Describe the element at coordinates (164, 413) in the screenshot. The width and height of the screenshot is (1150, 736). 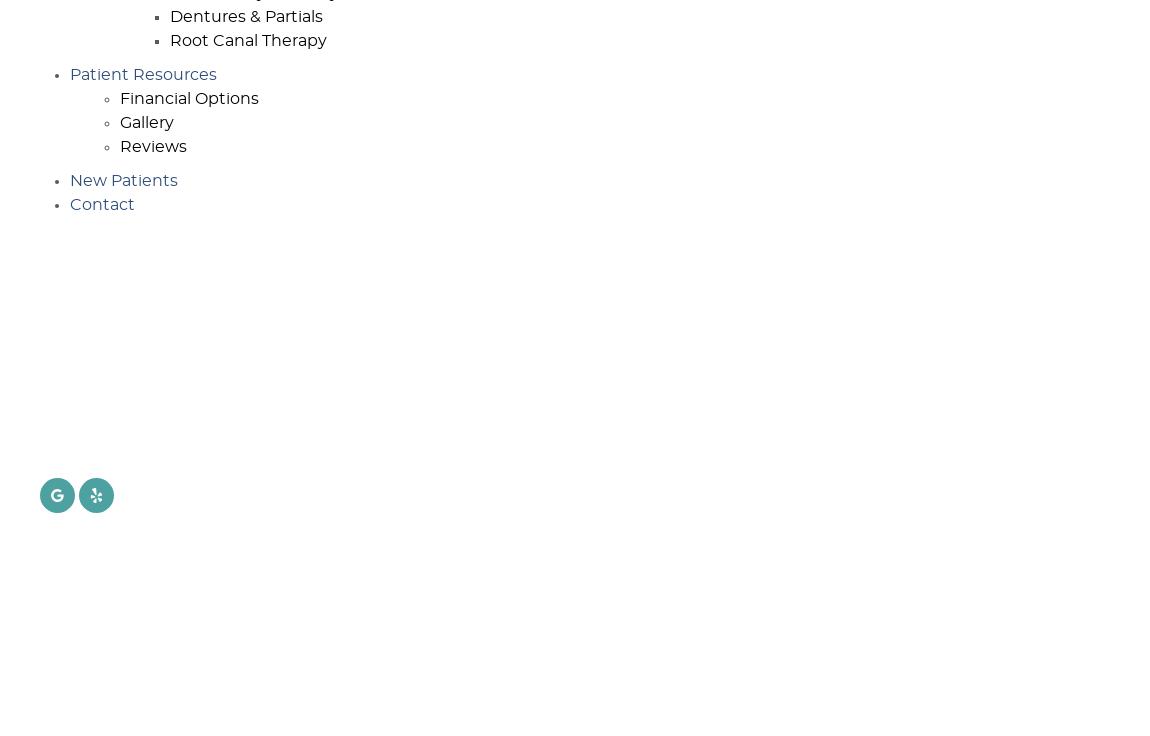
I see `'301 Huntington Dr., Ste. 204'` at that location.